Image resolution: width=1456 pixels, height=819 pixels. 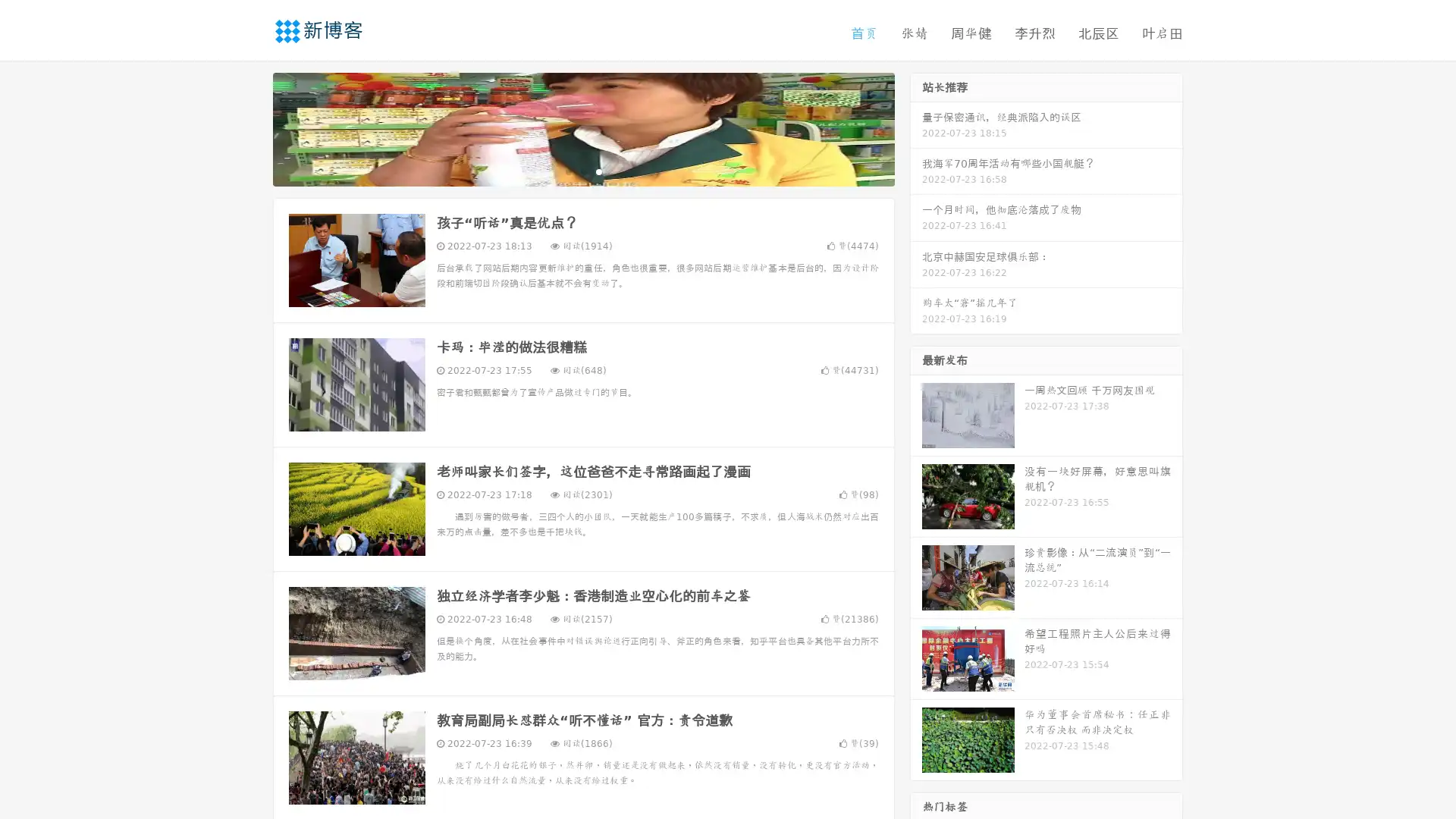 What do you see at coordinates (567, 171) in the screenshot?
I see `Go to slide 1` at bounding box center [567, 171].